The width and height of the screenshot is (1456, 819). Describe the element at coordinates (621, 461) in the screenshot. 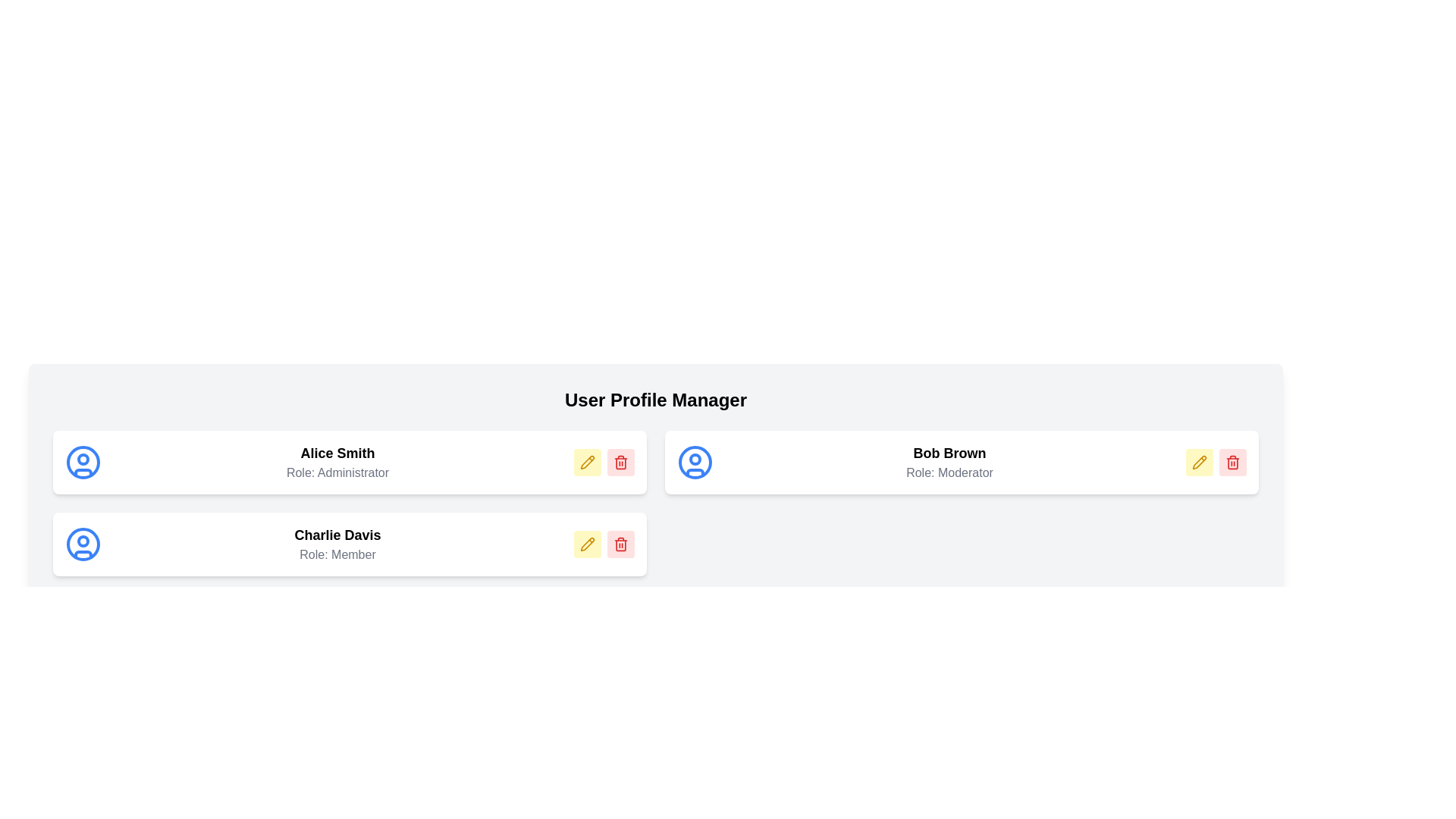

I see `the delete button located in the rightmost part of the button group within a user profile card to initiate a deletion` at that location.